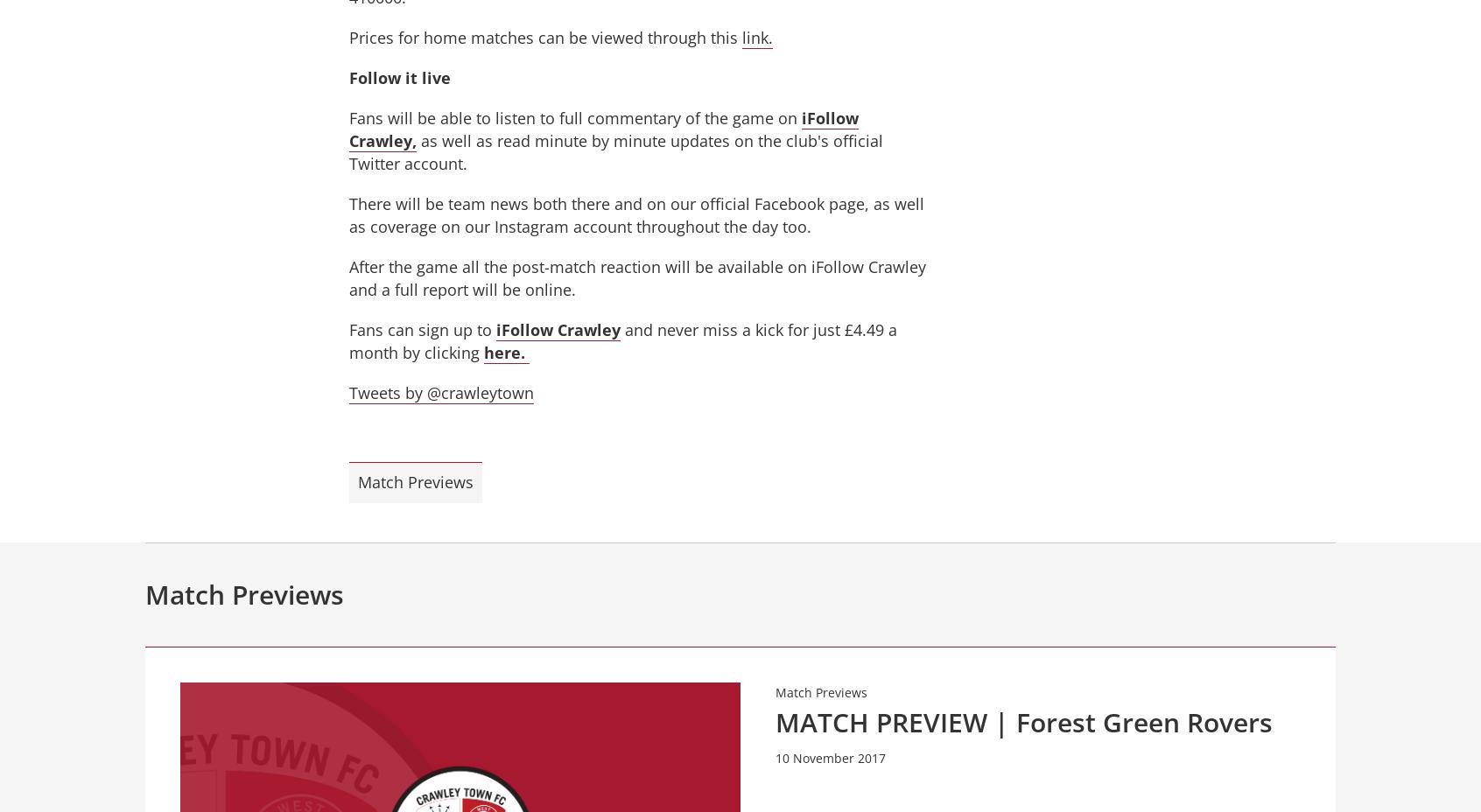  I want to click on 'Fans can sign up to', so click(422, 329).